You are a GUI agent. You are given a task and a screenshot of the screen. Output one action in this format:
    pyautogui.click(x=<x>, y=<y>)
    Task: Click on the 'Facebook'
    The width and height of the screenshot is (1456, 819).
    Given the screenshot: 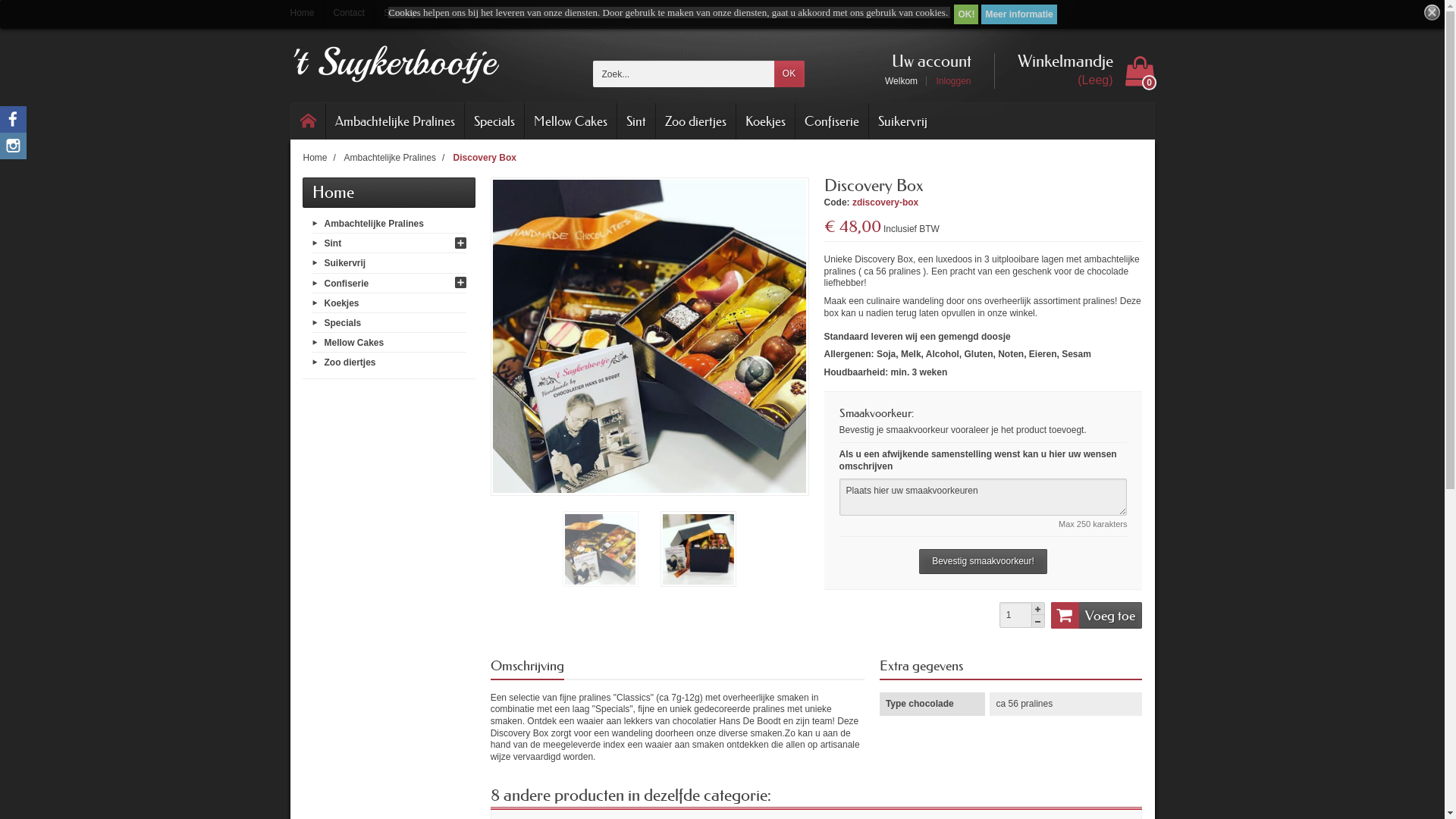 What is the action you would take?
    pyautogui.click(x=13, y=118)
    